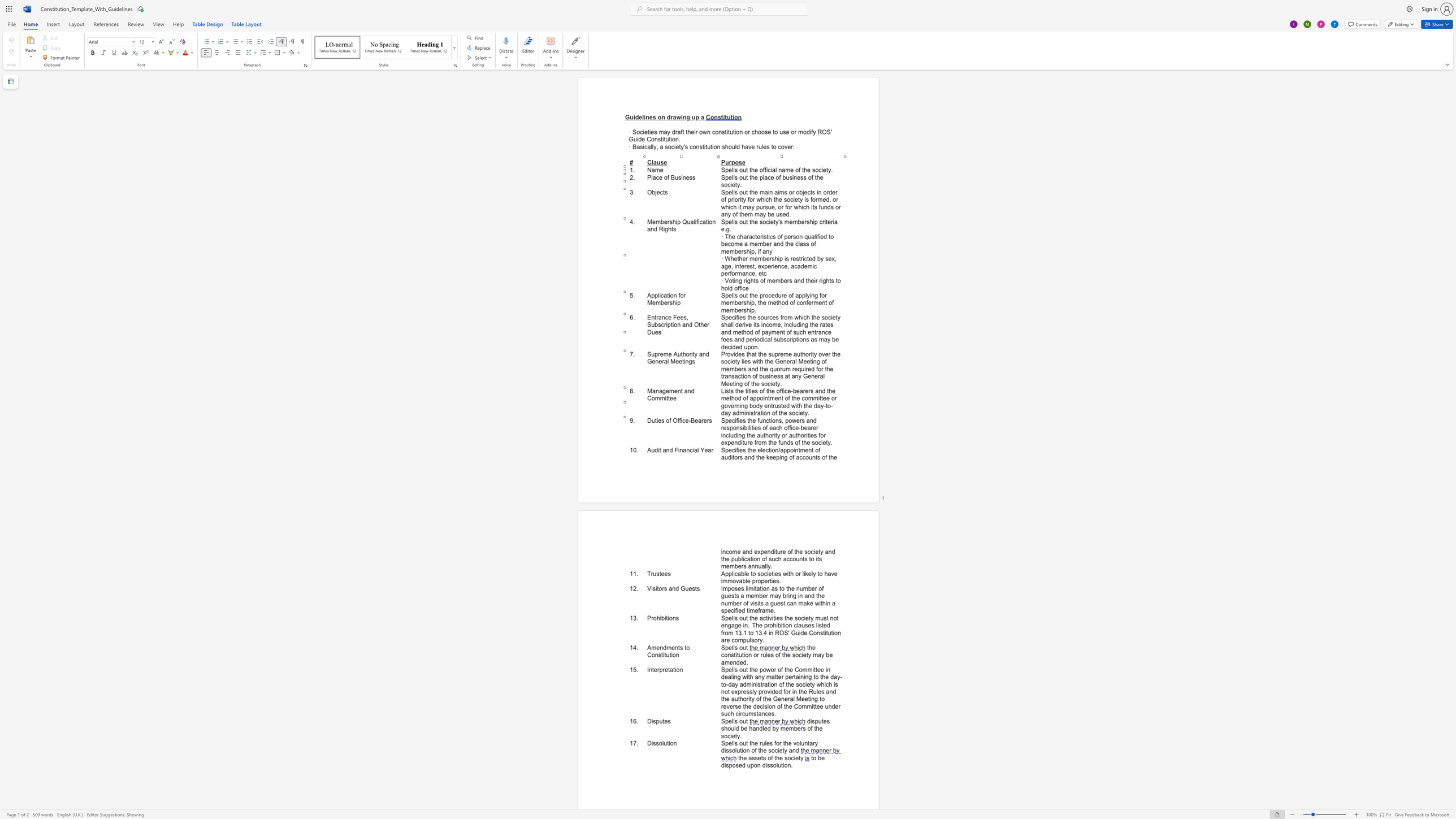 The image size is (1456, 819). I want to click on the 2th character "u" in the text, so click(679, 354).